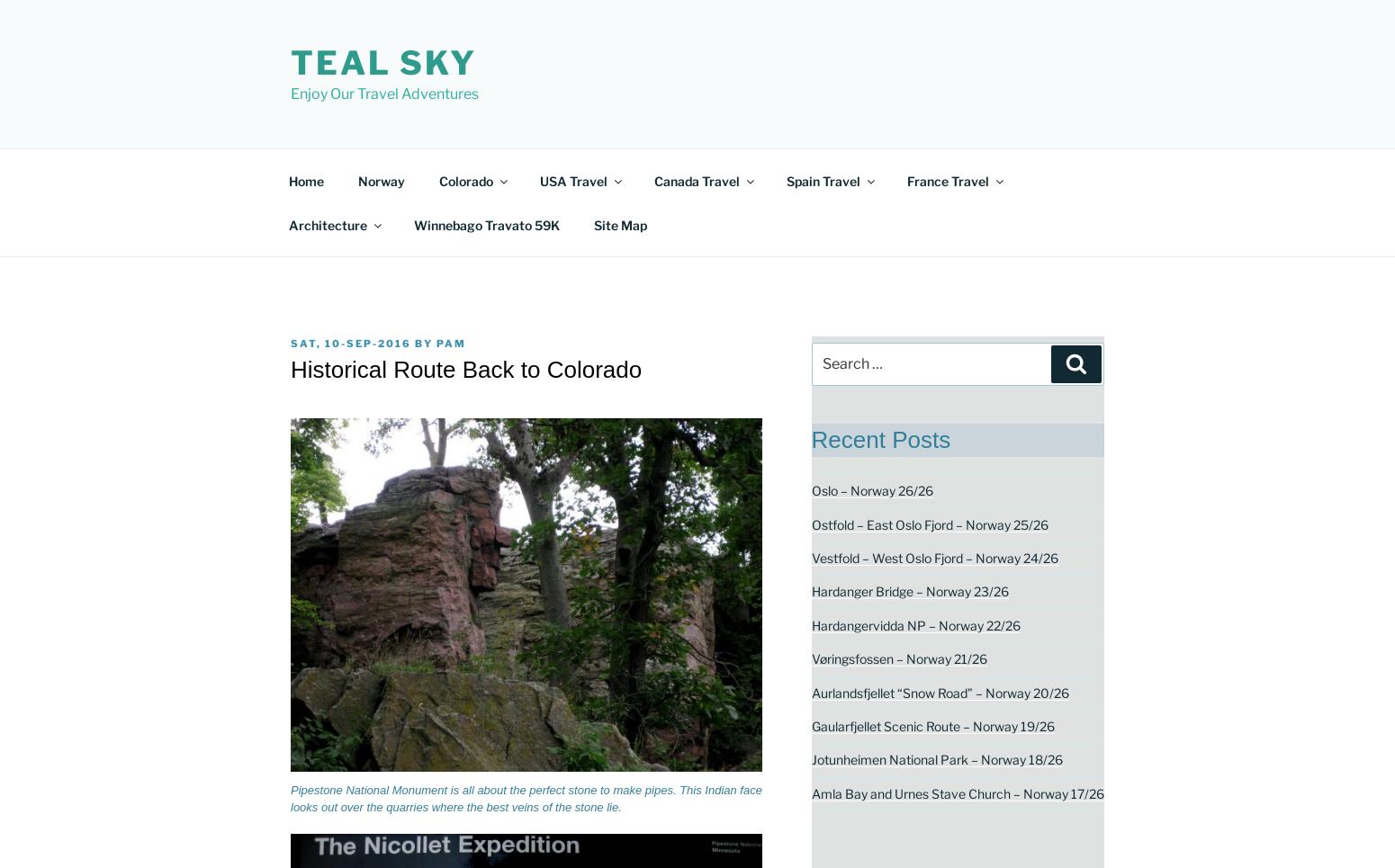 Image resolution: width=1395 pixels, height=868 pixels. Describe the element at coordinates (450, 343) in the screenshot. I see `'pam'` at that location.